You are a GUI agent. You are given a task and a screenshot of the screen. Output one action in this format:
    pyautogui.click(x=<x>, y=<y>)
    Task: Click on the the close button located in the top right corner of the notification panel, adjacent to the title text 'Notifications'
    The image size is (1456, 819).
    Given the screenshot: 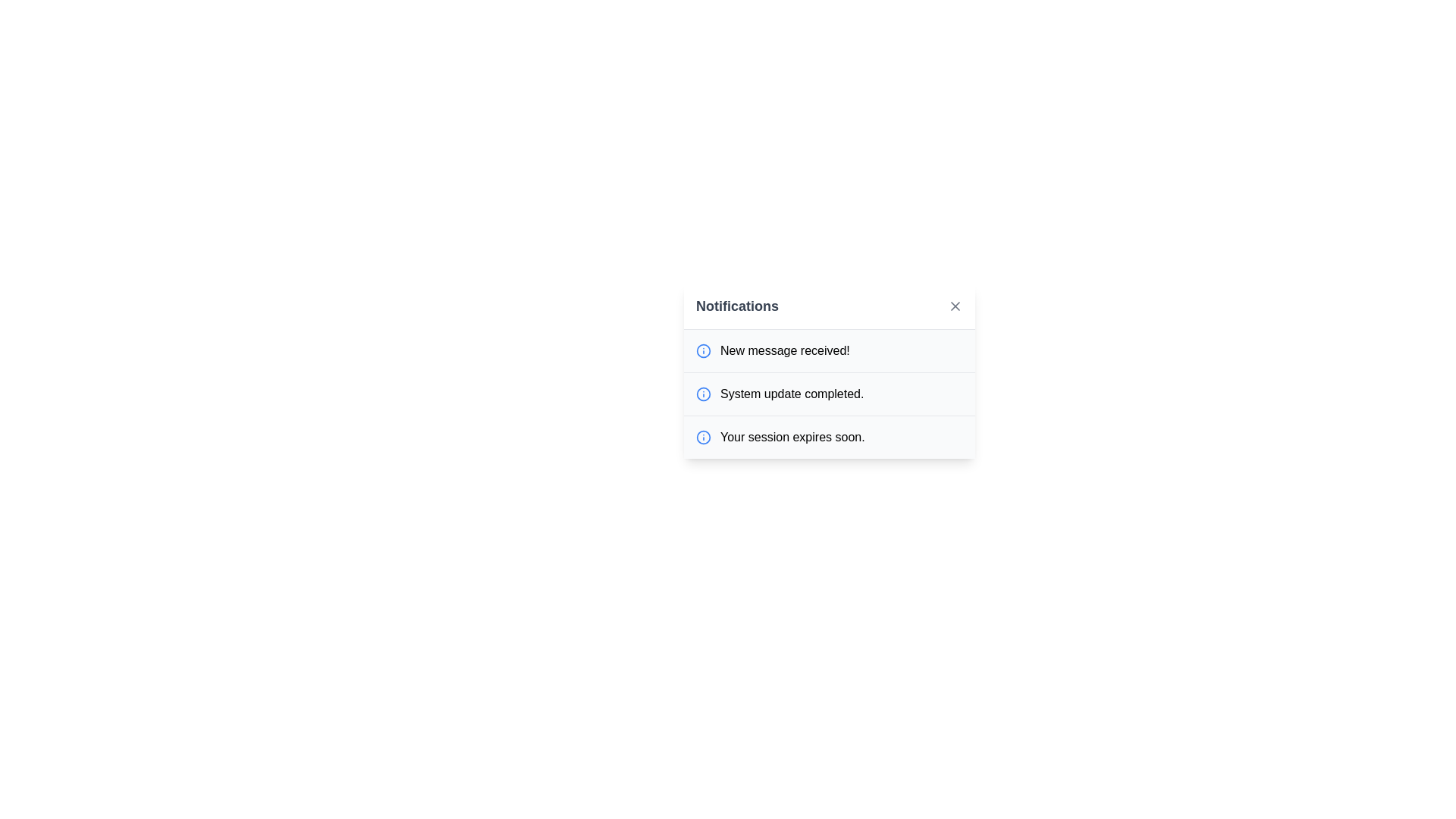 What is the action you would take?
    pyautogui.click(x=954, y=306)
    